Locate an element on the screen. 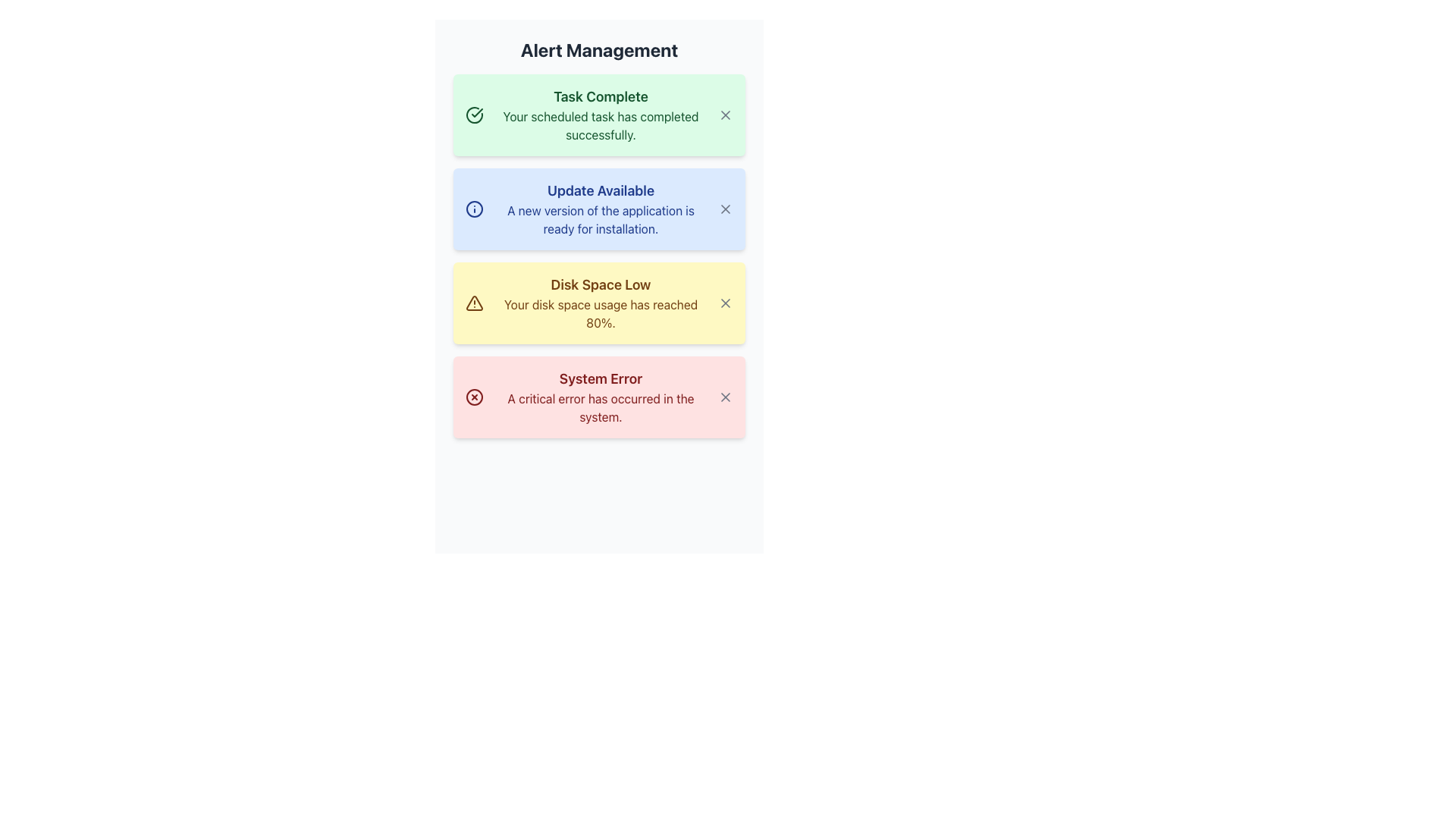 This screenshot has height=819, width=1456. the Notification Card with a yellow background and the title 'Disk Space Low' that is positioned as the third item in the vertical stack of notifications under 'Alert Management' is located at coordinates (598, 303).